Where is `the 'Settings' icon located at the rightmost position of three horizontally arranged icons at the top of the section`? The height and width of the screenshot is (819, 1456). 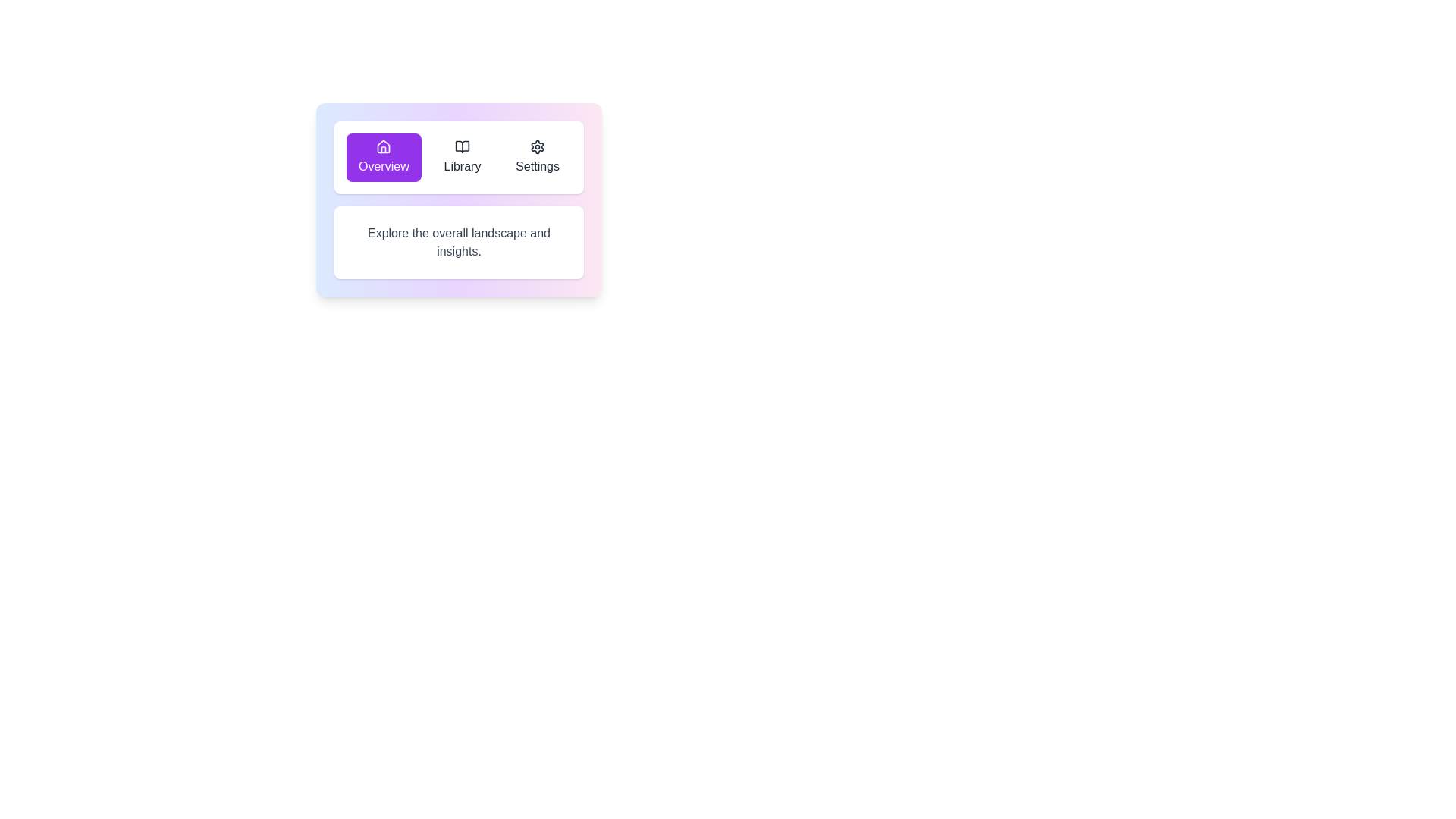
the 'Settings' icon located at the rightmost position of three horizontally arranged icons at the top of the section is located at coordinates (538, 146).